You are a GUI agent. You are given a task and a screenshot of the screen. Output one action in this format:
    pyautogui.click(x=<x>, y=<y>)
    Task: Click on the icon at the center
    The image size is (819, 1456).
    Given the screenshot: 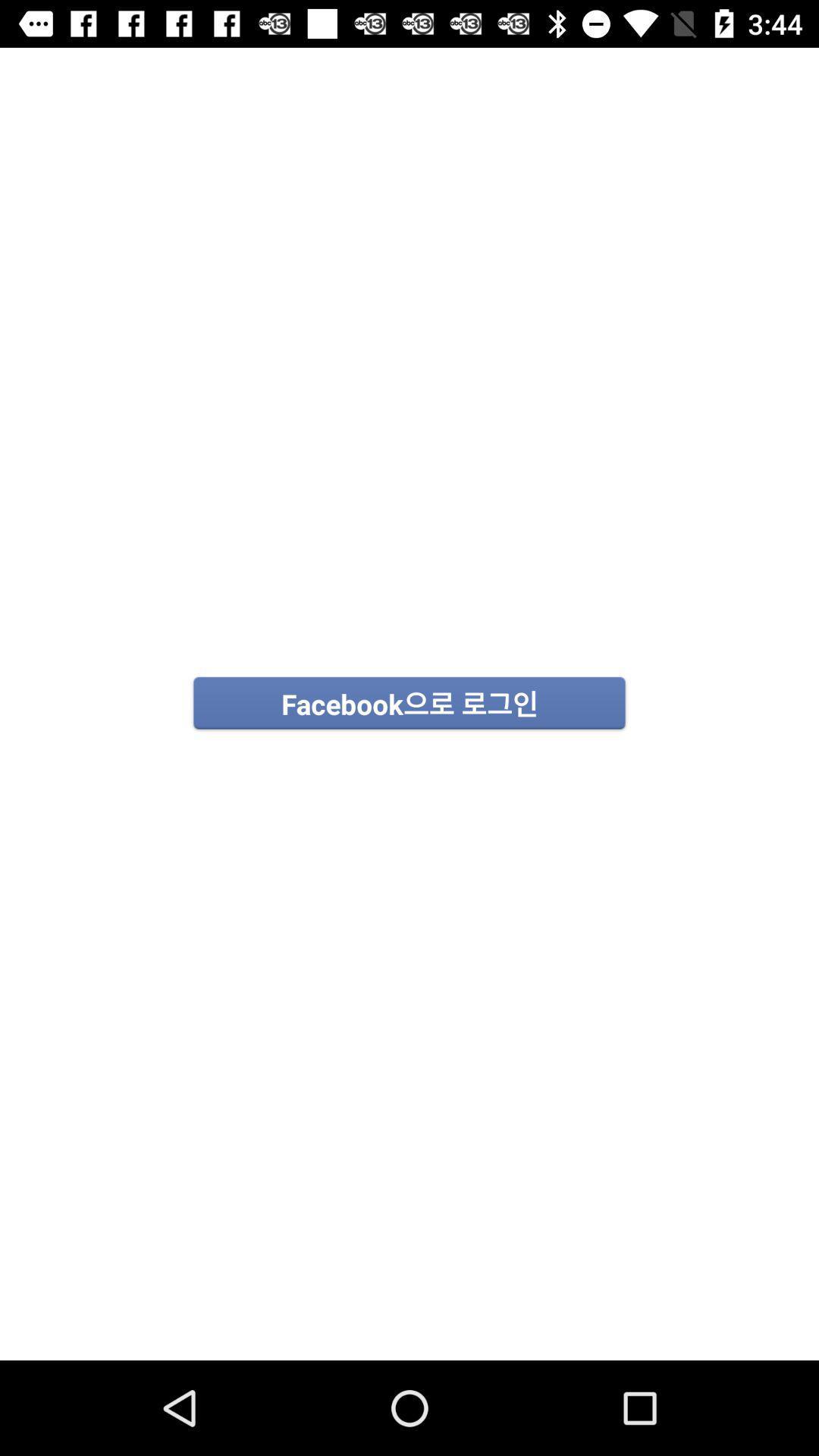 What is the action you would take?
    pyautogui.click(x=409, y=703)
    